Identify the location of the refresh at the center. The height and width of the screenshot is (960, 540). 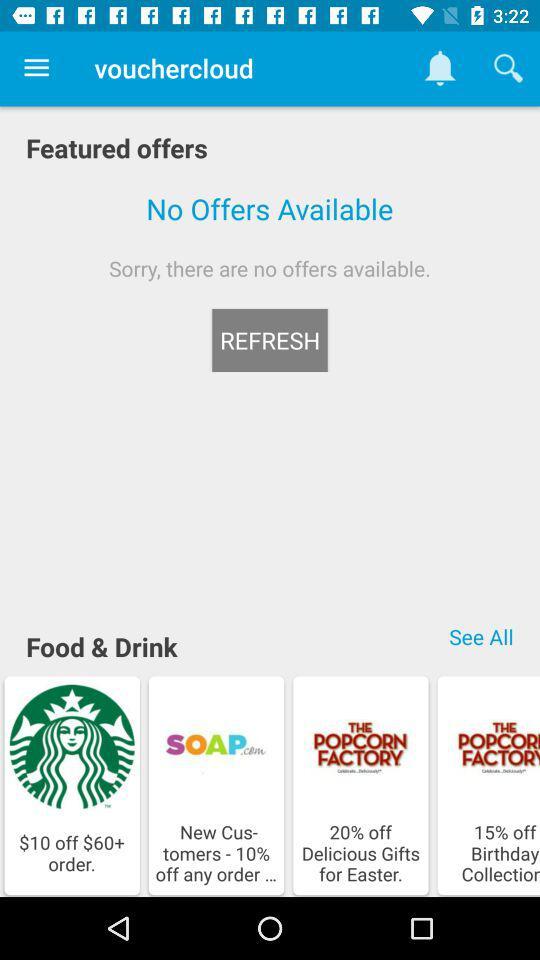
(270, 340).